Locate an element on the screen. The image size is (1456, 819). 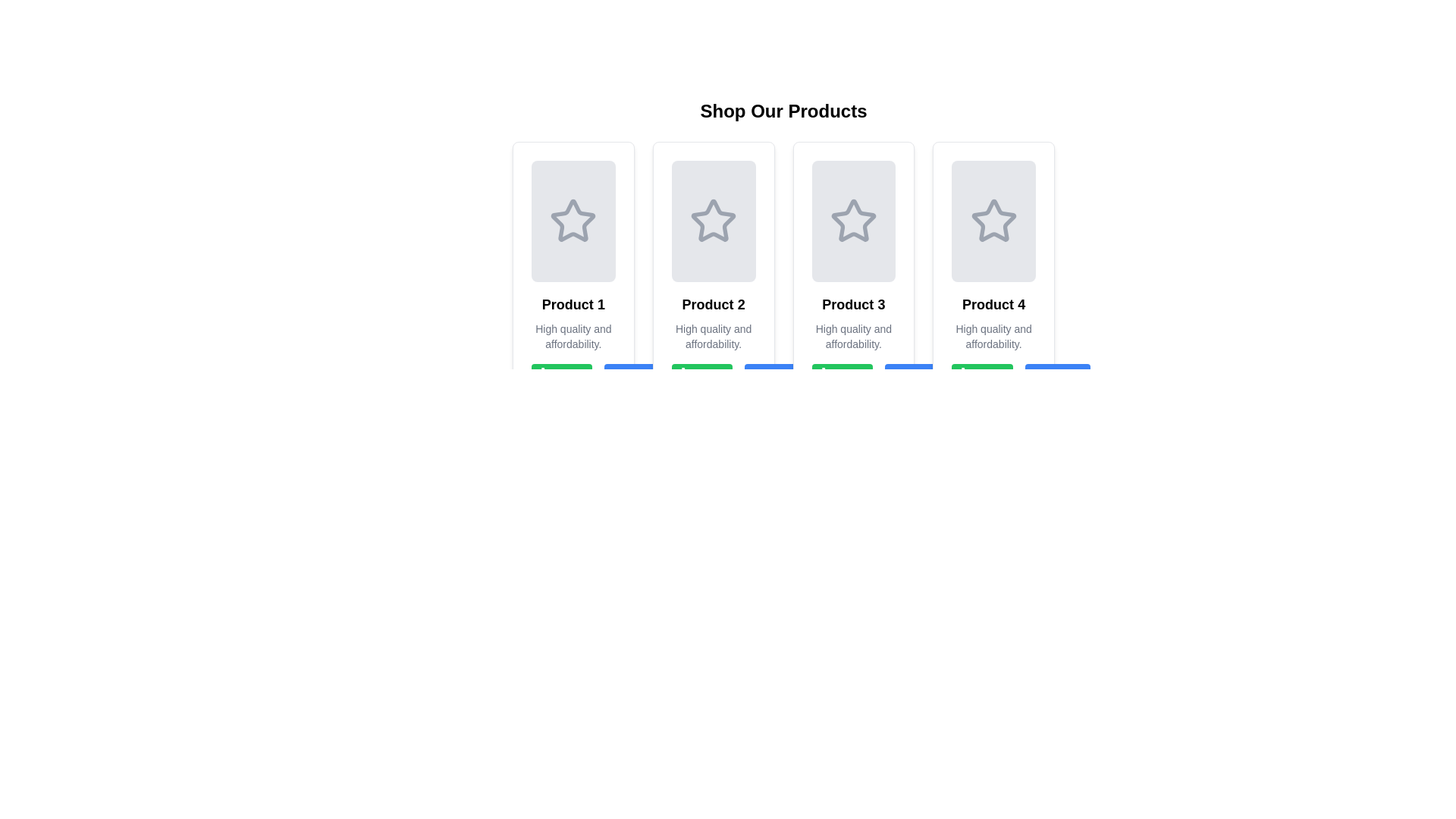
the star icon for rating or indicating a favorite selection located within the 'Product 3' card is located at coordinates (853, 221).